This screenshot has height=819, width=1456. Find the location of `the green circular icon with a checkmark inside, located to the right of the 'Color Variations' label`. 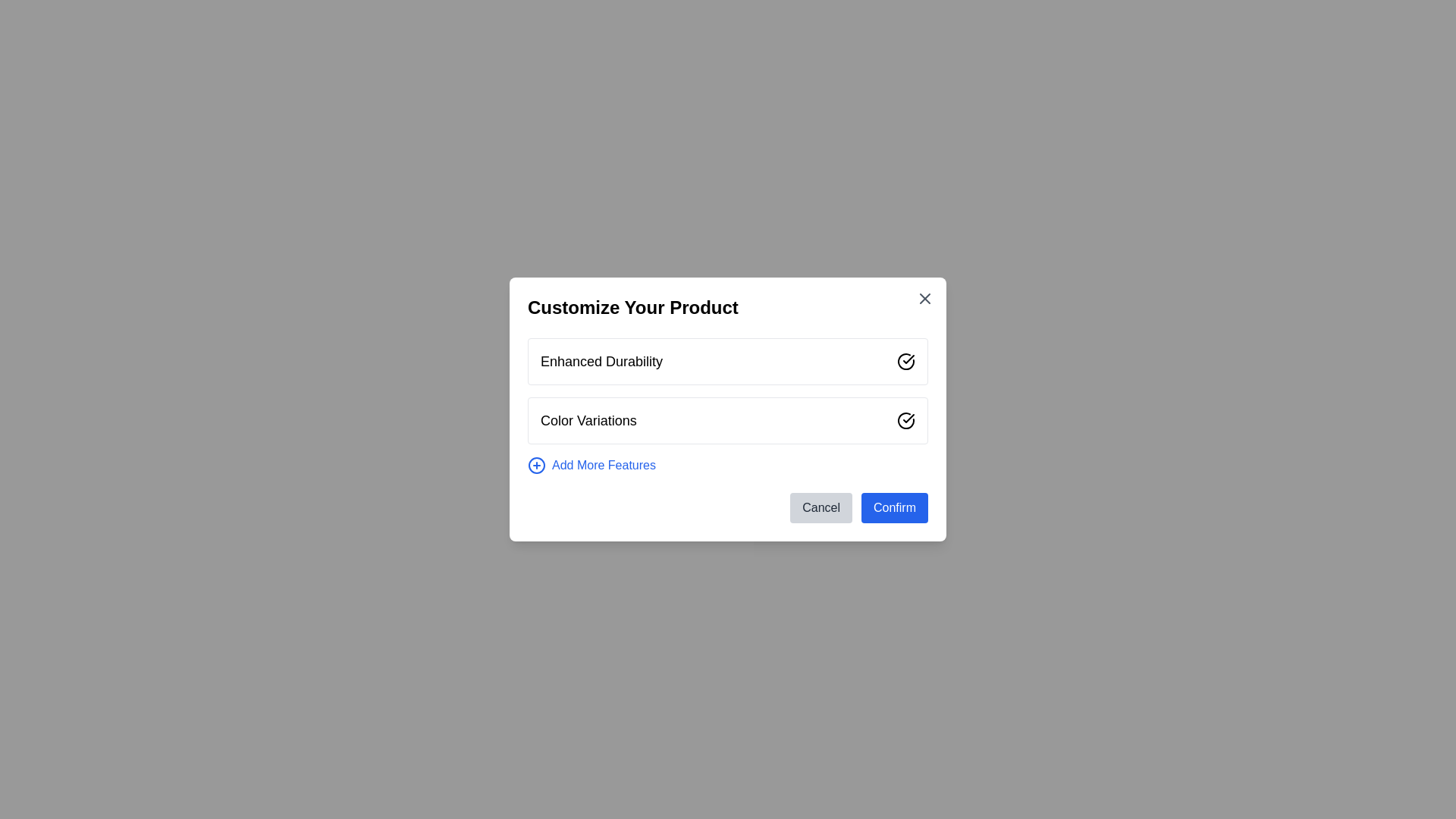

the green circular icon with a checkmark inside, located to the right of the 'Color Variations' label is located at coordinates (906, 421).